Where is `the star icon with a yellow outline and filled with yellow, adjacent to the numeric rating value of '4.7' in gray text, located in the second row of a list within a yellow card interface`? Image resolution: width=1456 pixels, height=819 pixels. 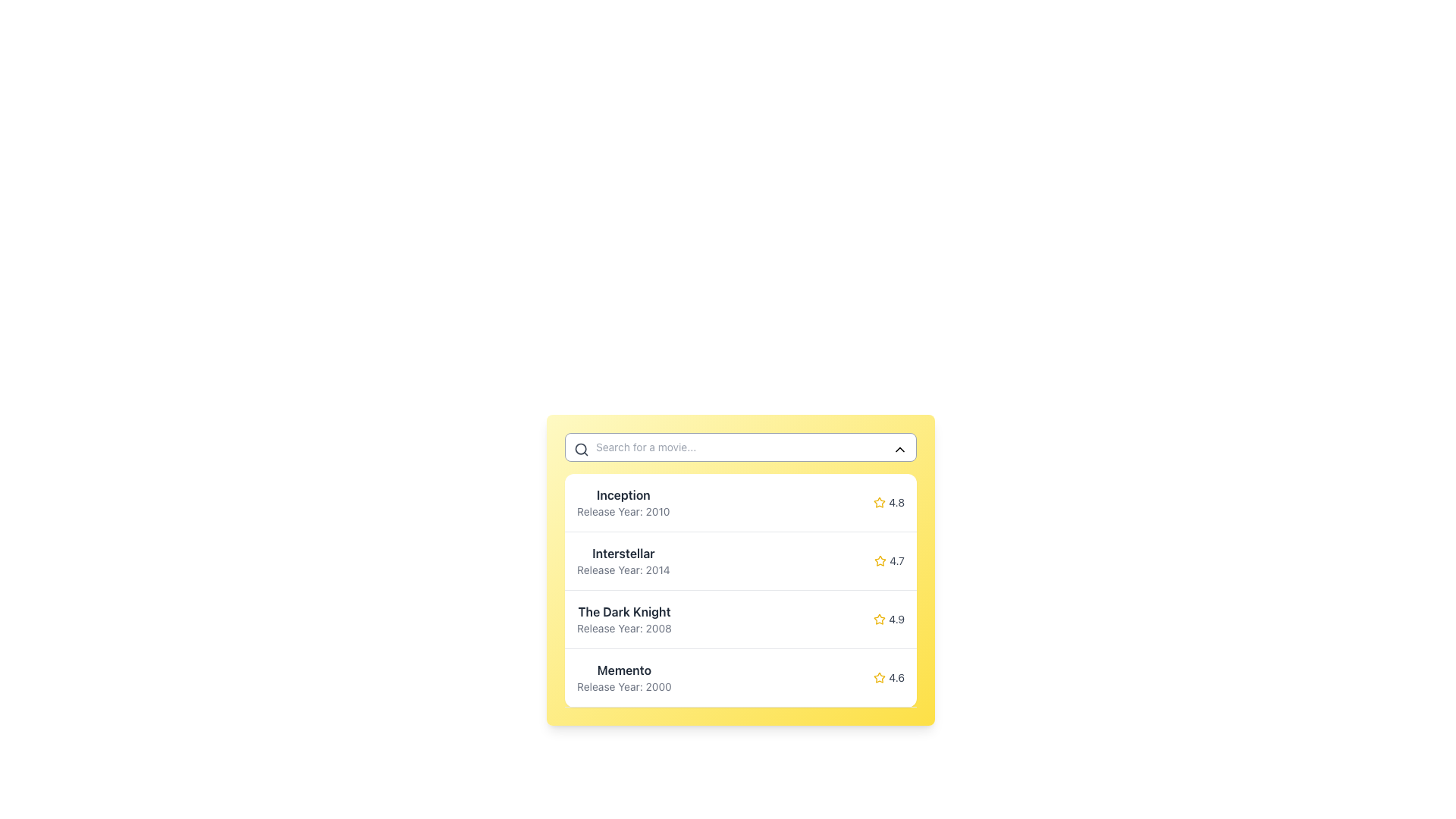
the star icon with a yellow outline and filled with yellow, adjacent to the numeric rating value of '4.7' in gray text, located in the second row of a list within a yellow card interface is located at coordinates (880, 561).